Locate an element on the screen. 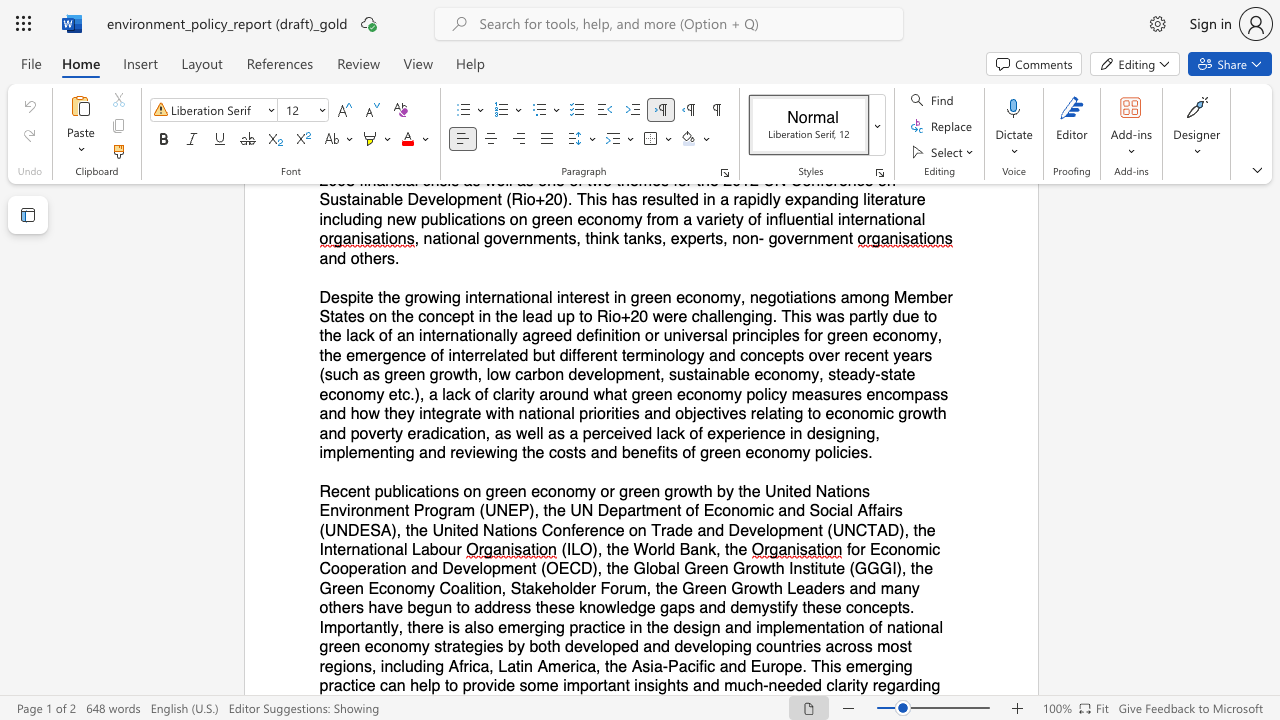 The height and width of the screenshot is (720, 1280). the subset text "ess these knowledge gaps and demystify these concepts. Importantly, there is also emerging practice in the design and implementation of national green economy strategies by both developed and developing countries across most regions, including Africa, Latin America, the Asia‐Pacific and Europe. This emerging practice can help" within the text "for Economic Cooperation and Development (OECD), the Global Green Growth Institute (GGGI), the Green Economy Coalition, Stakeholder Forum, the Green Growth Leaders and many others have begun to address these knowledge gaps and demystify these concepts. Importantly, there is also emerging practice in the design and implementation of national green economy strategies by both developed and developing countries across most regions, including Africa, Latin America, the Asia‐Pacific and Europe. This emerging practice can help to provide some important insights and much‐needed clarity" is located at coordinates (506, 607).